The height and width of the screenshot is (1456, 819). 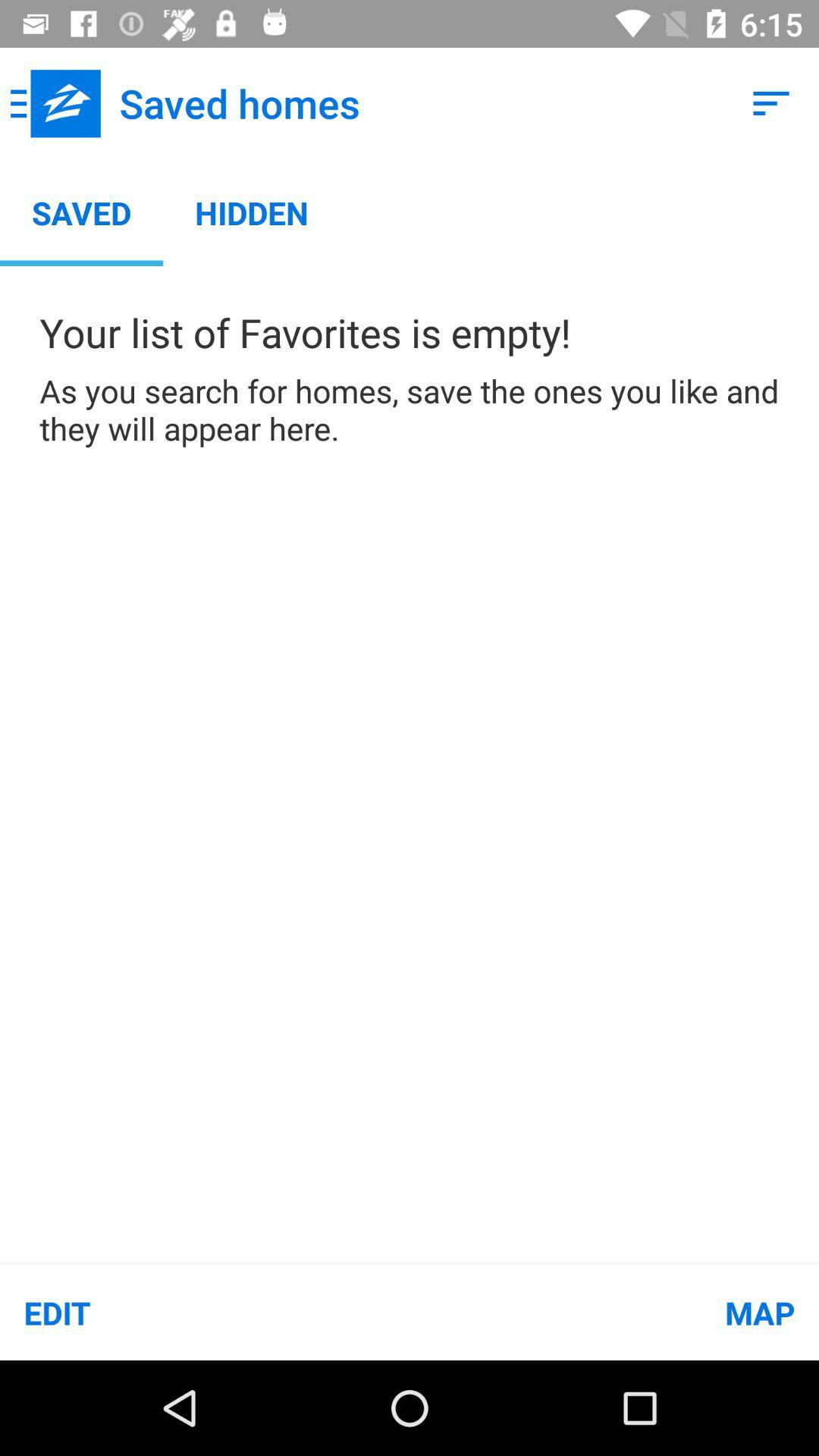 I want to click on item to the left of saved homes icon, so click(x=55, y=102).